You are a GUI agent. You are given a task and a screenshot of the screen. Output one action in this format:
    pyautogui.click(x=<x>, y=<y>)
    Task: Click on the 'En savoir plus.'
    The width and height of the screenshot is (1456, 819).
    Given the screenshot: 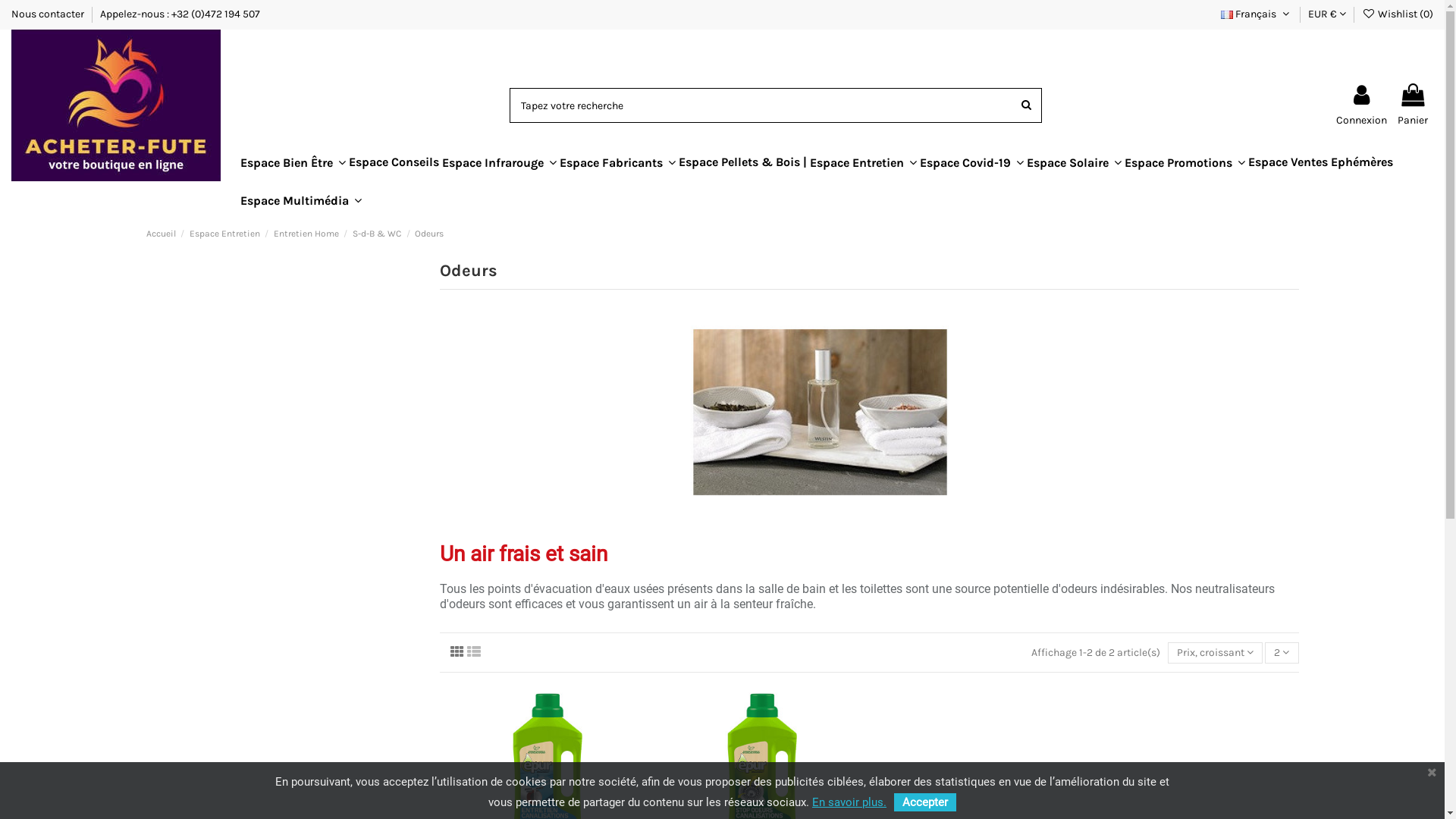 What is the action you would take?
    pyautogui.click(x=848, y=800)
    